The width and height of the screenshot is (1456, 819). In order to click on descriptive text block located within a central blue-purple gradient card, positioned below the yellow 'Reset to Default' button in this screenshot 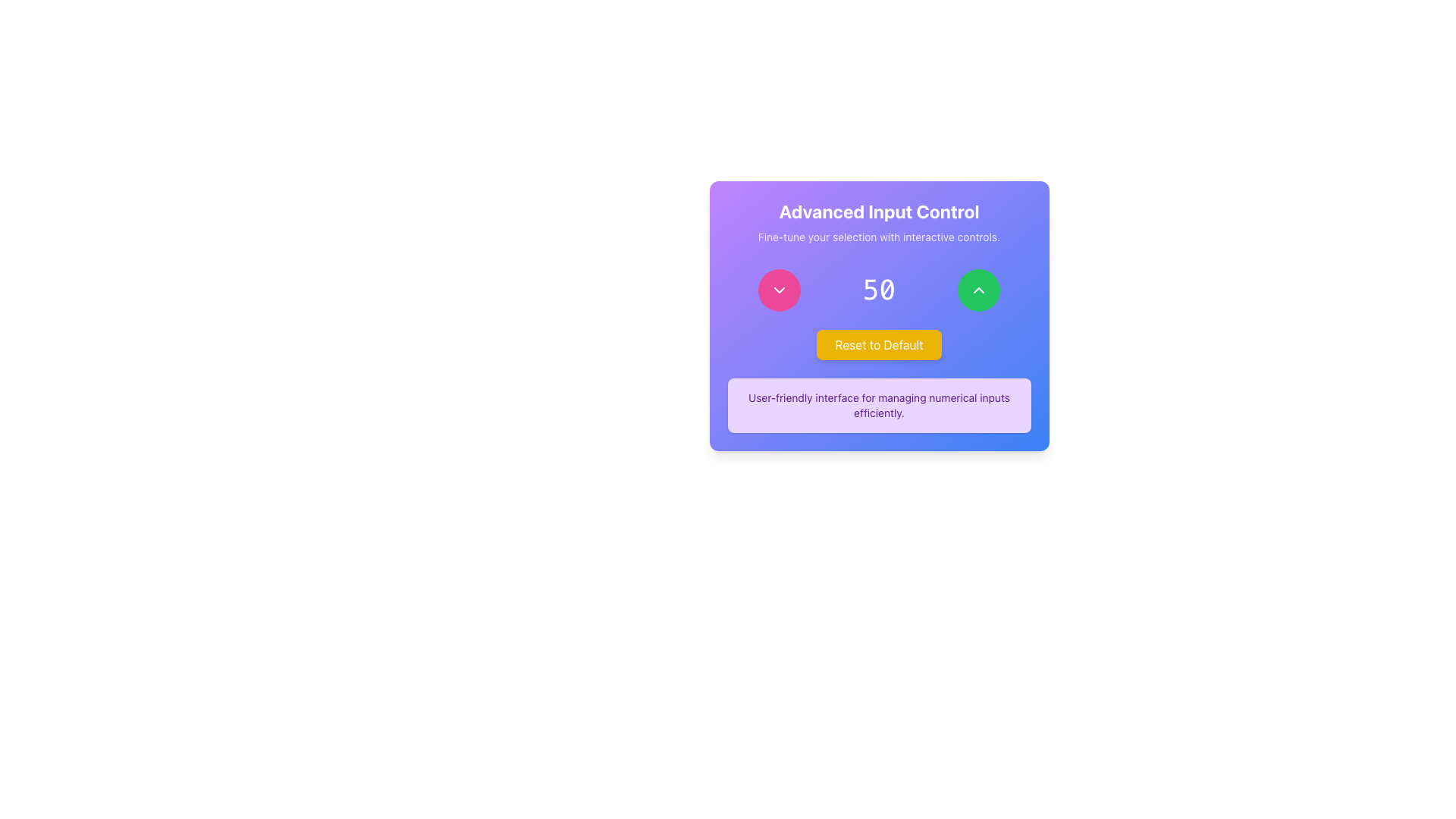, I will do `click(879, 405)`.